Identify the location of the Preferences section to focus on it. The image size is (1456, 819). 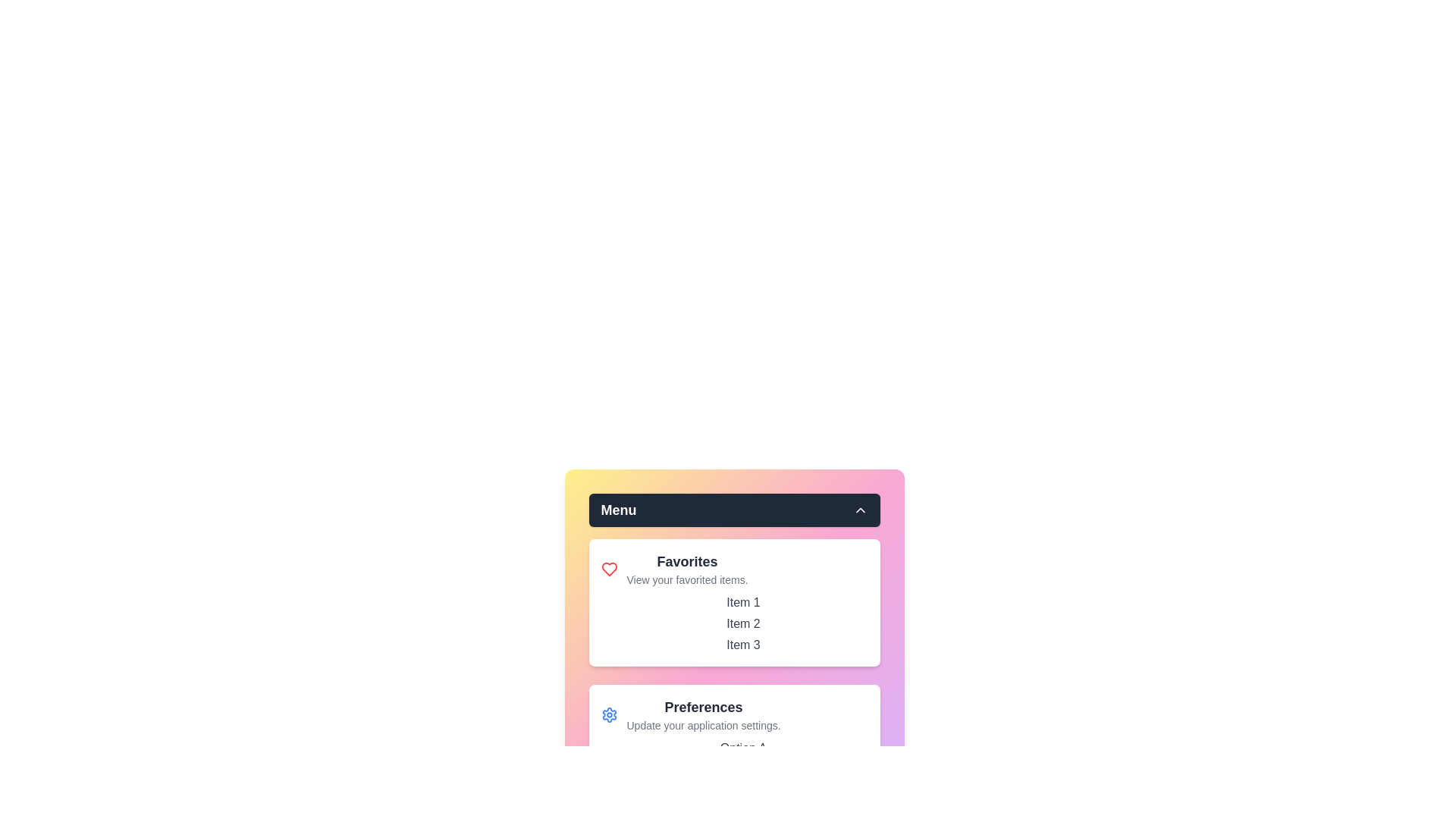
(734, 736).